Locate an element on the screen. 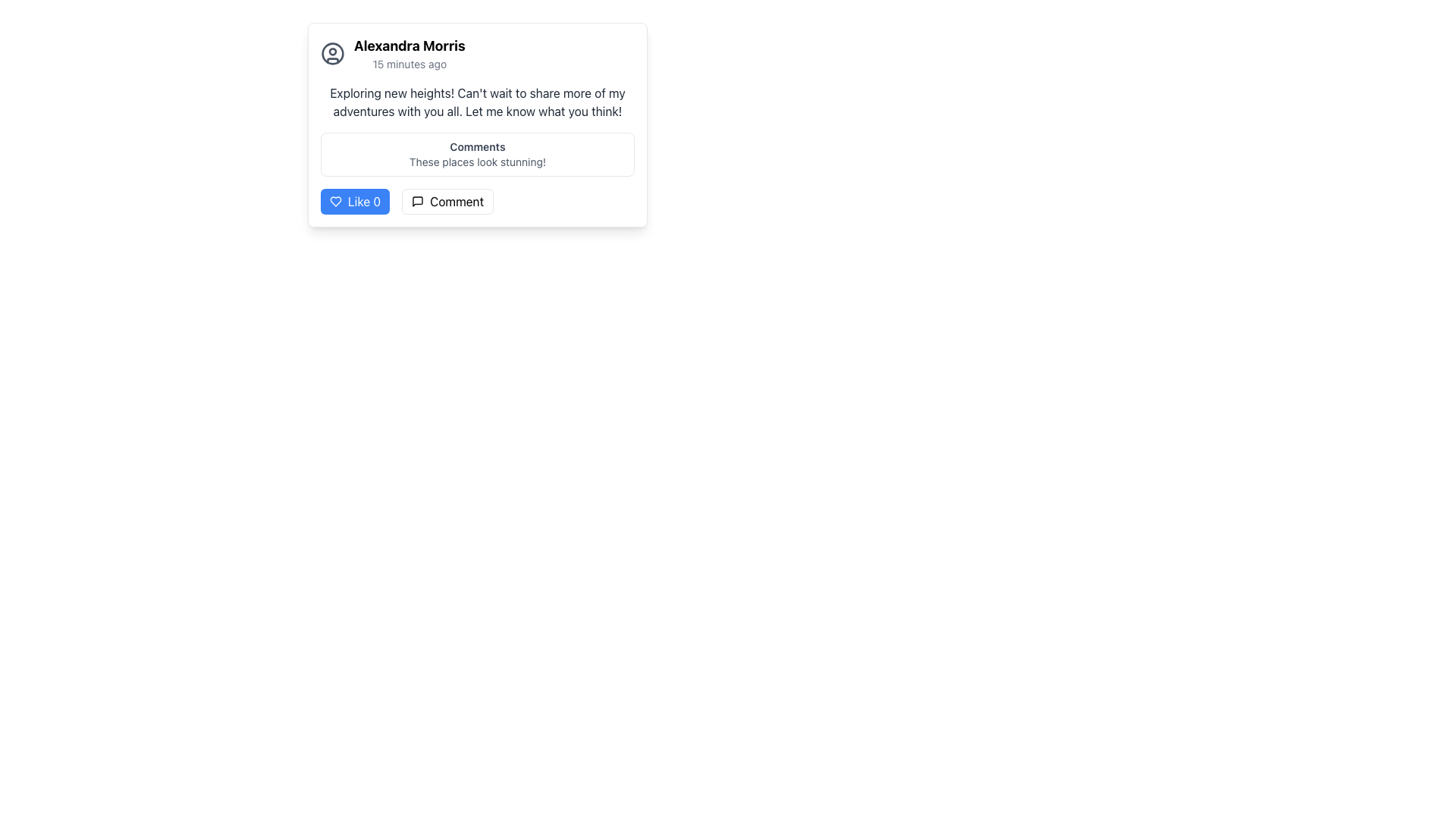  the text display element that contains the content 'These places look stunning!' located in the comments section below the 'Comments' label is located at coordinates (476, 162).